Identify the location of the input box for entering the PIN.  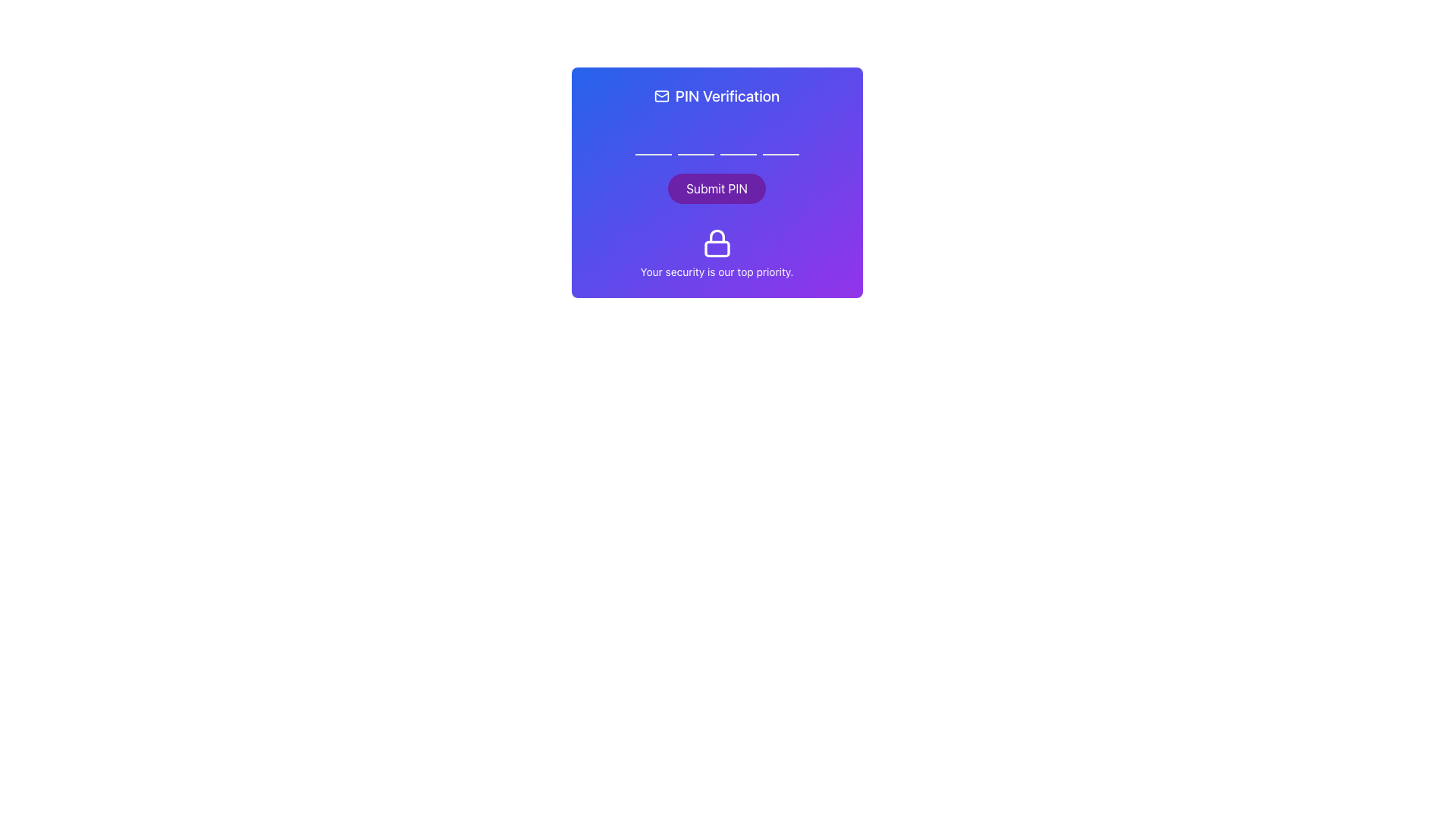
(716, 137).